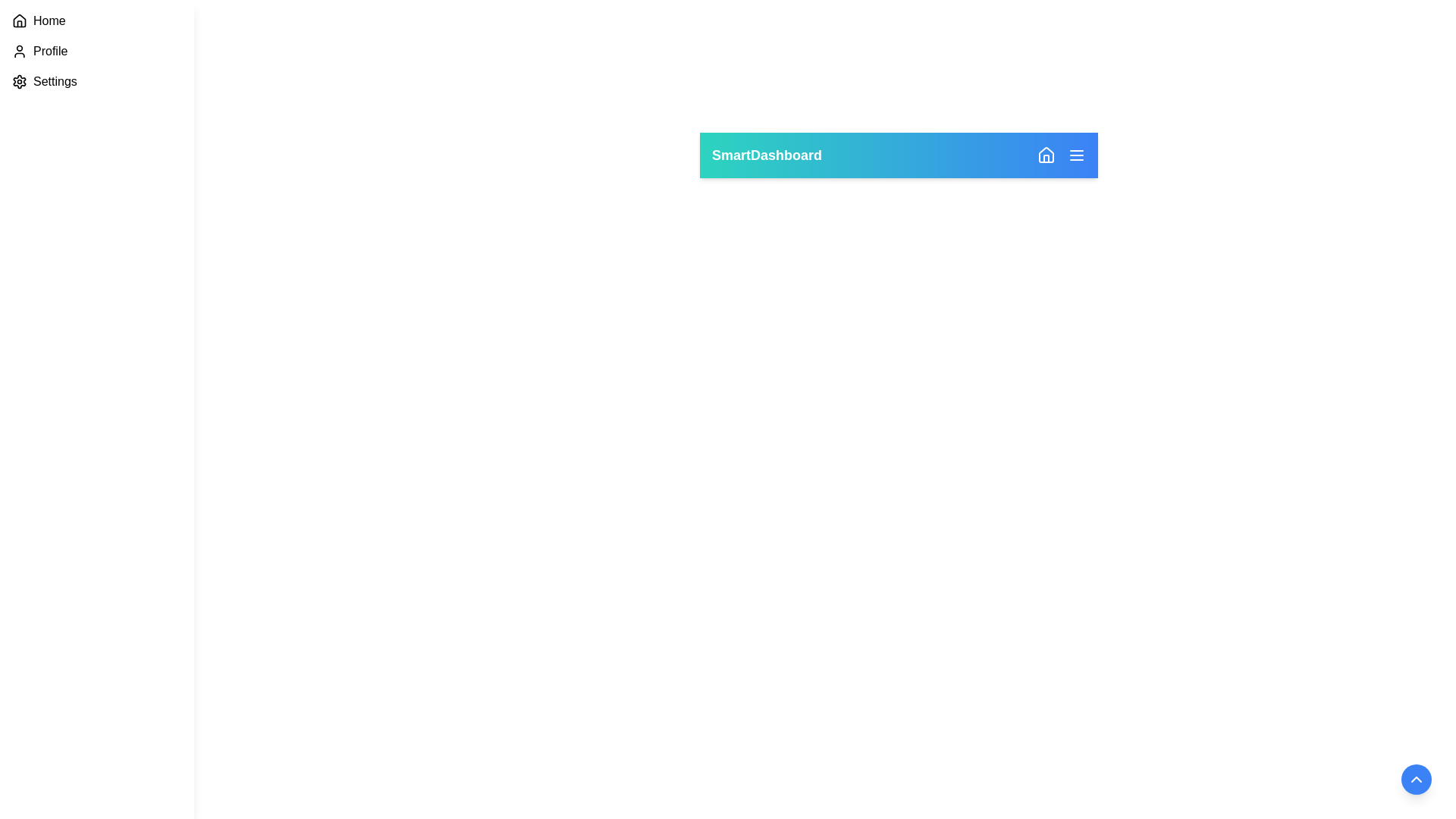 This screenshot has width=1456, height=819. I want to click on the static title text element located at the far-left position within the header bar of the interface, so click(767, 155).